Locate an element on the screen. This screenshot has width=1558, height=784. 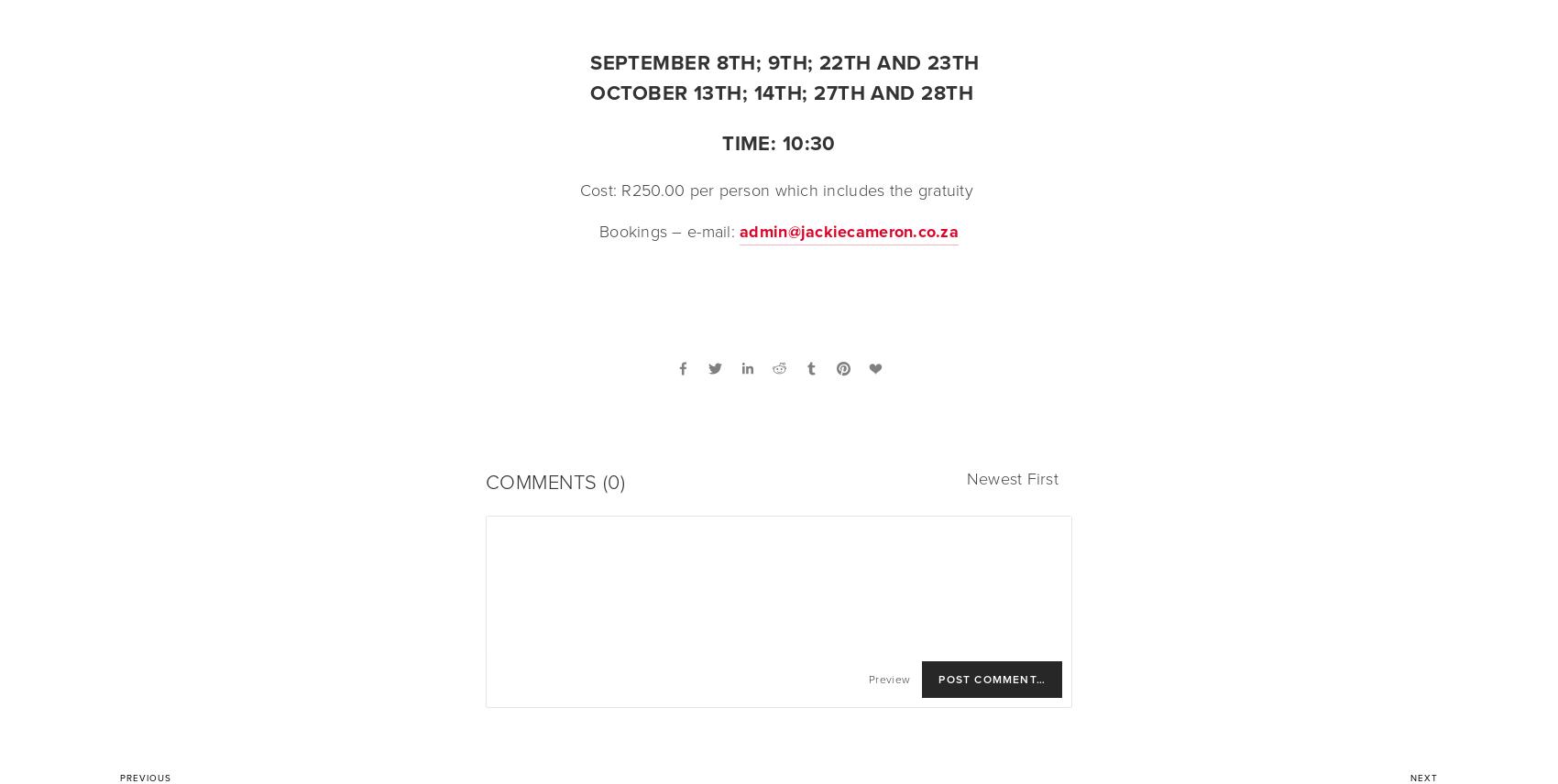
'Cost: R250.00 per person which includes the gratuity' is located at coordinates (777, 190).